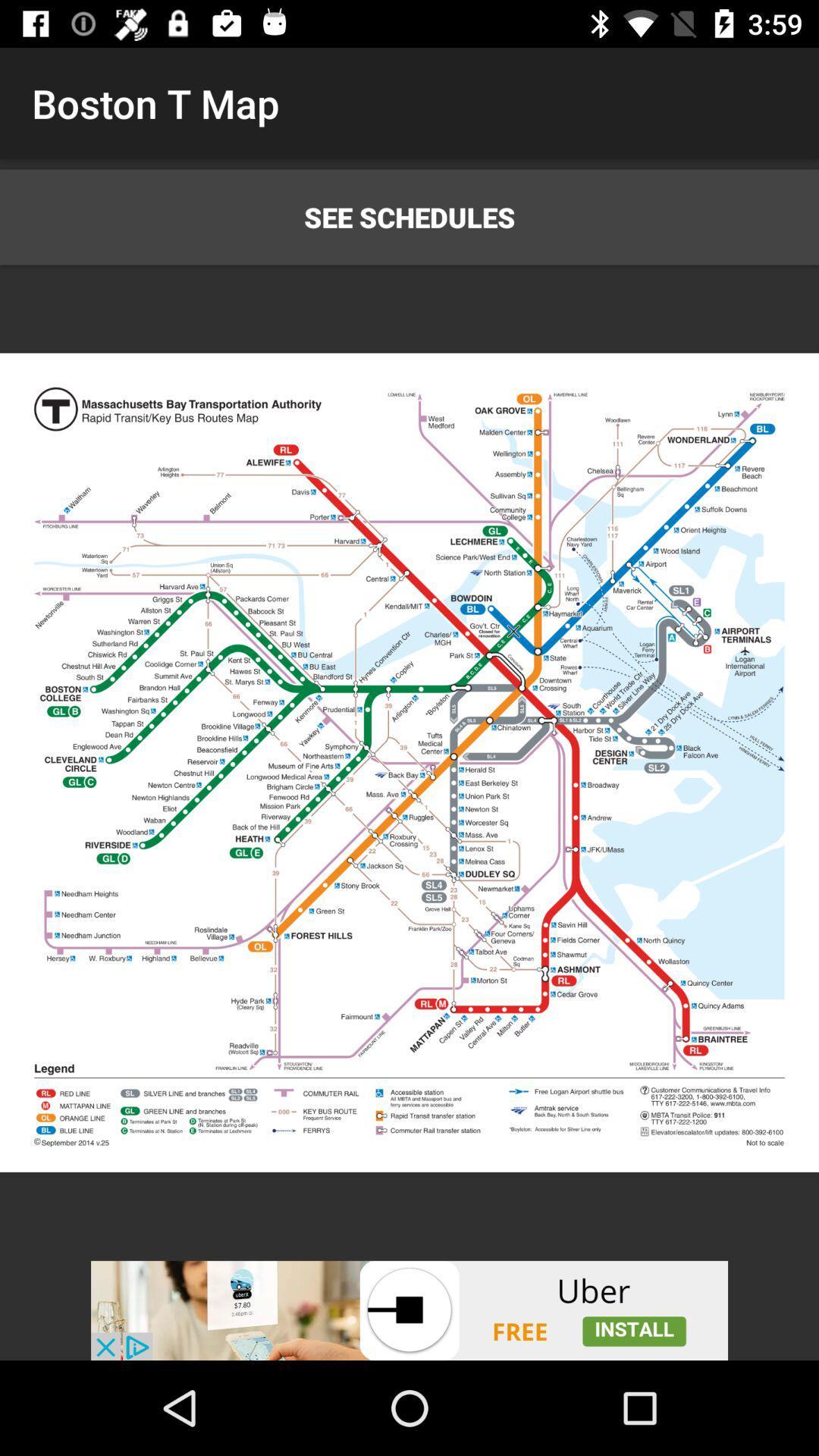  Describe the element at coordinates (409, 763) in the screenshot. I see `zoom map` at that location.